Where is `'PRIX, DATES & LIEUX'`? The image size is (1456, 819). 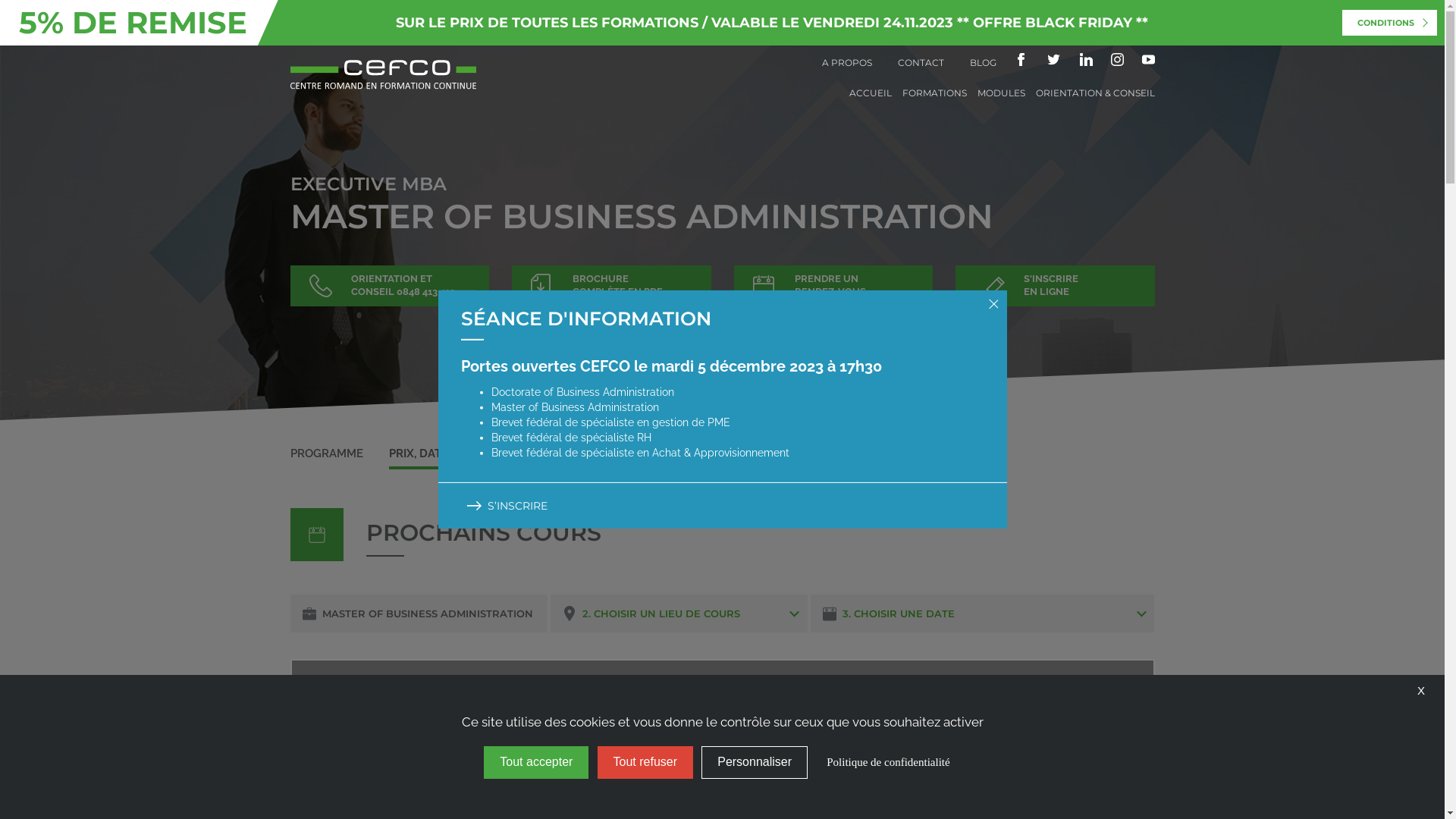 'PRIX, DATES & LIEUX' is located at coordinates (445, 452).